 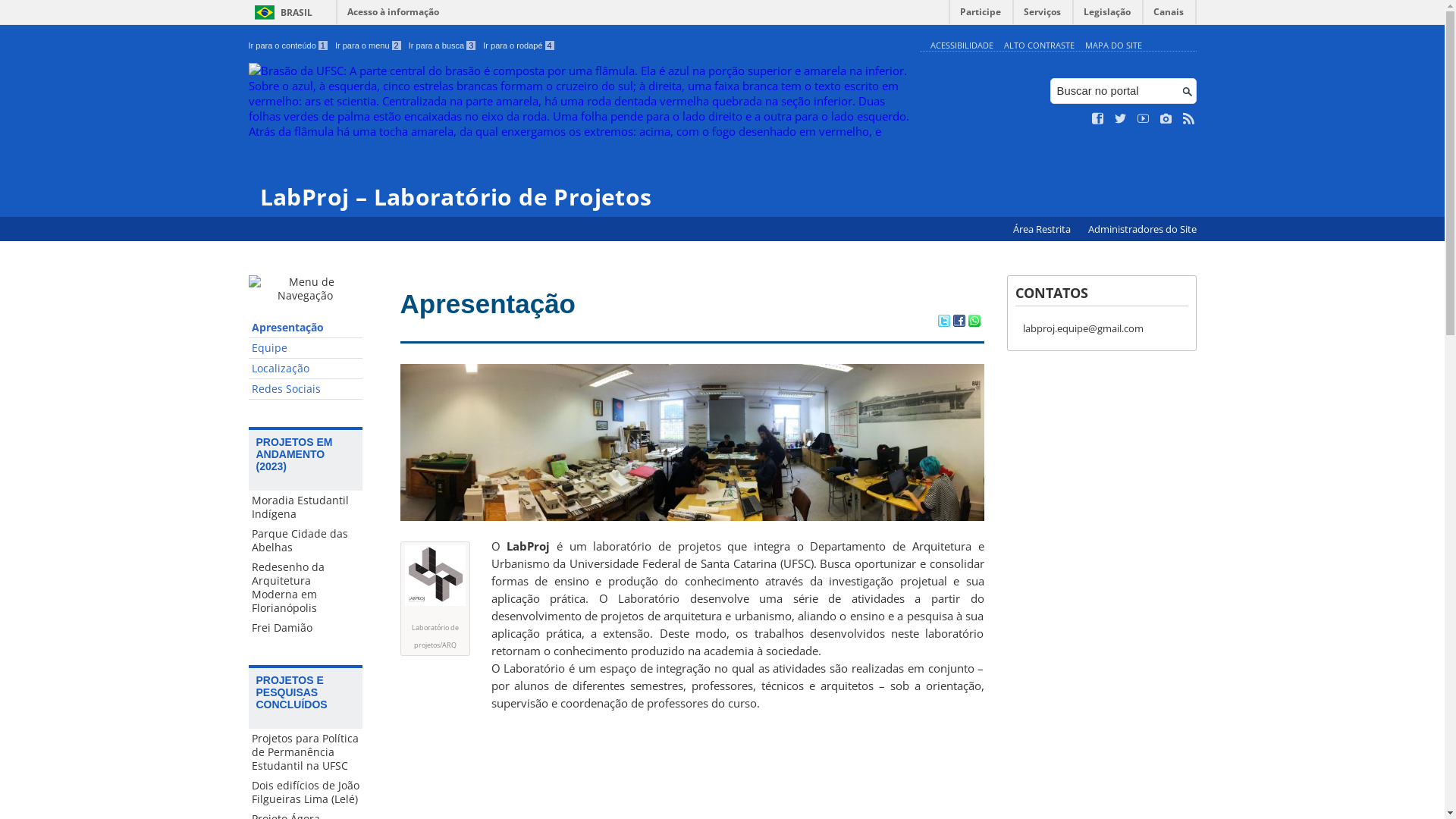 What do you see at coordinates (1168, 15) in the screenshot?
I see `'Canais'` at bounding box center [1168, 15].